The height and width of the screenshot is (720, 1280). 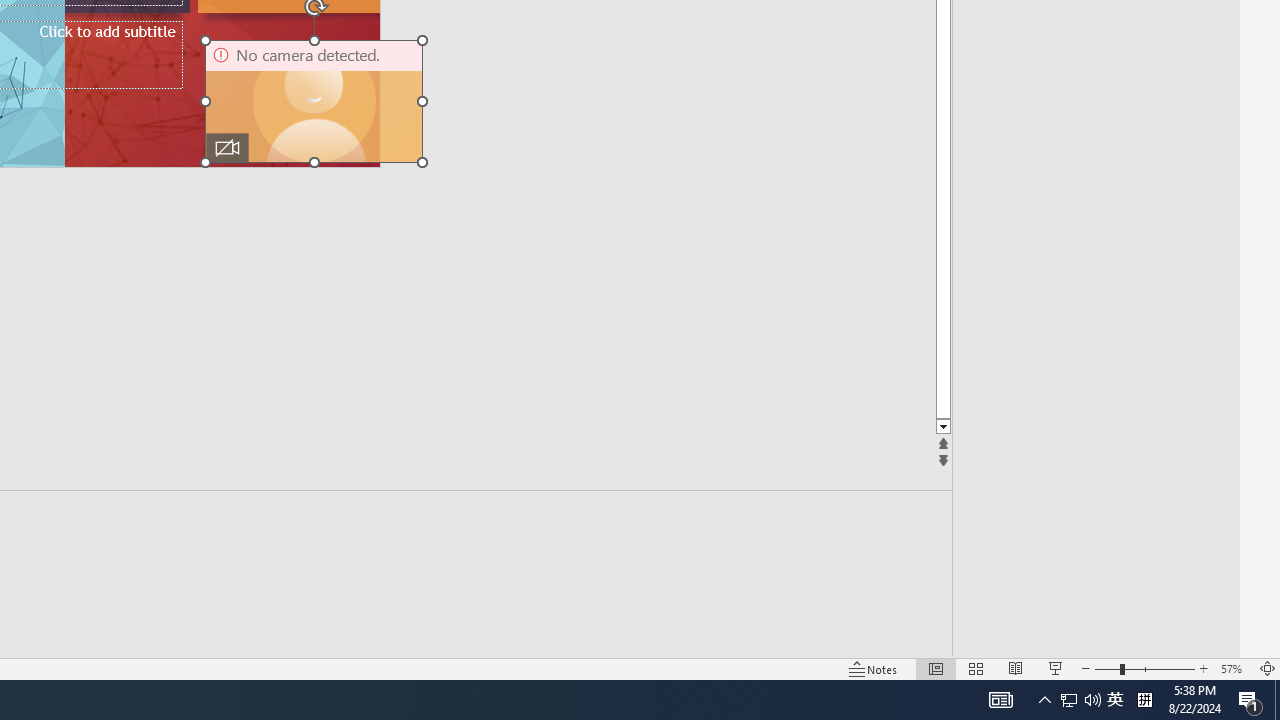 I want to click on 'Camera 11, No camera detected.', so click(x=313, y=101).